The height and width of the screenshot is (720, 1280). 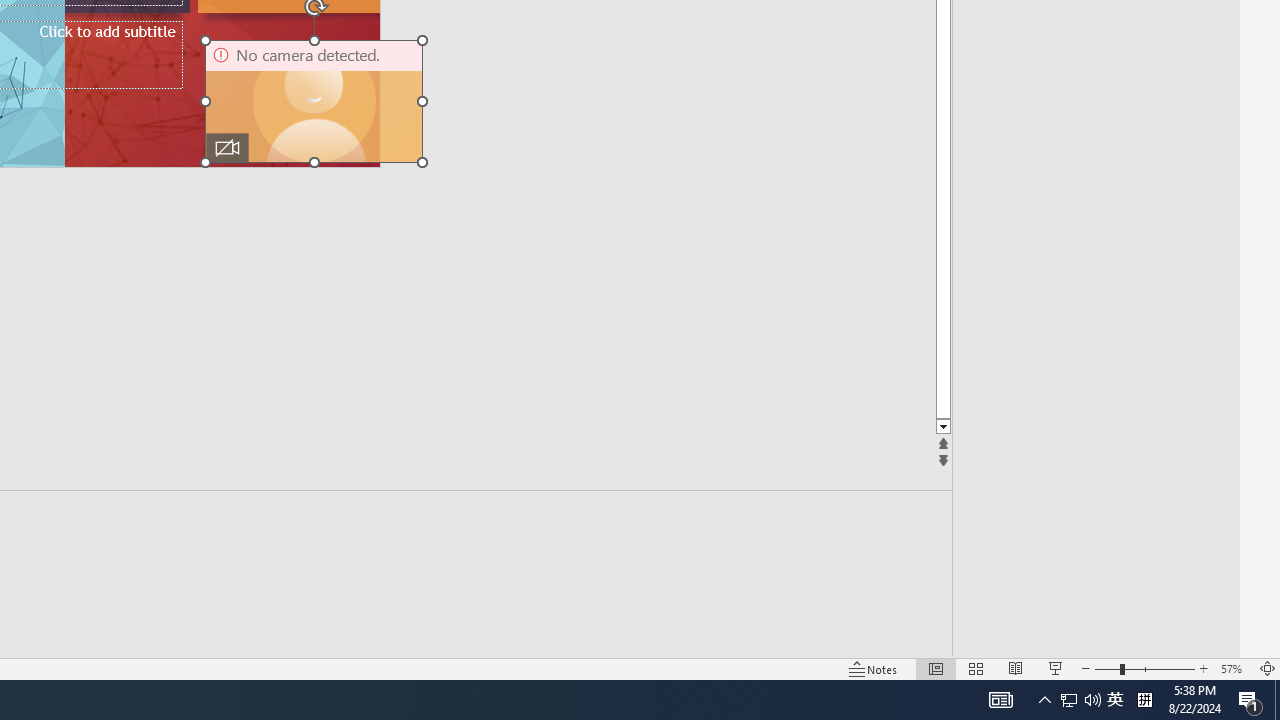 I want to click on 'Camera 11, No camera detected.', so click(x=313, y=101).